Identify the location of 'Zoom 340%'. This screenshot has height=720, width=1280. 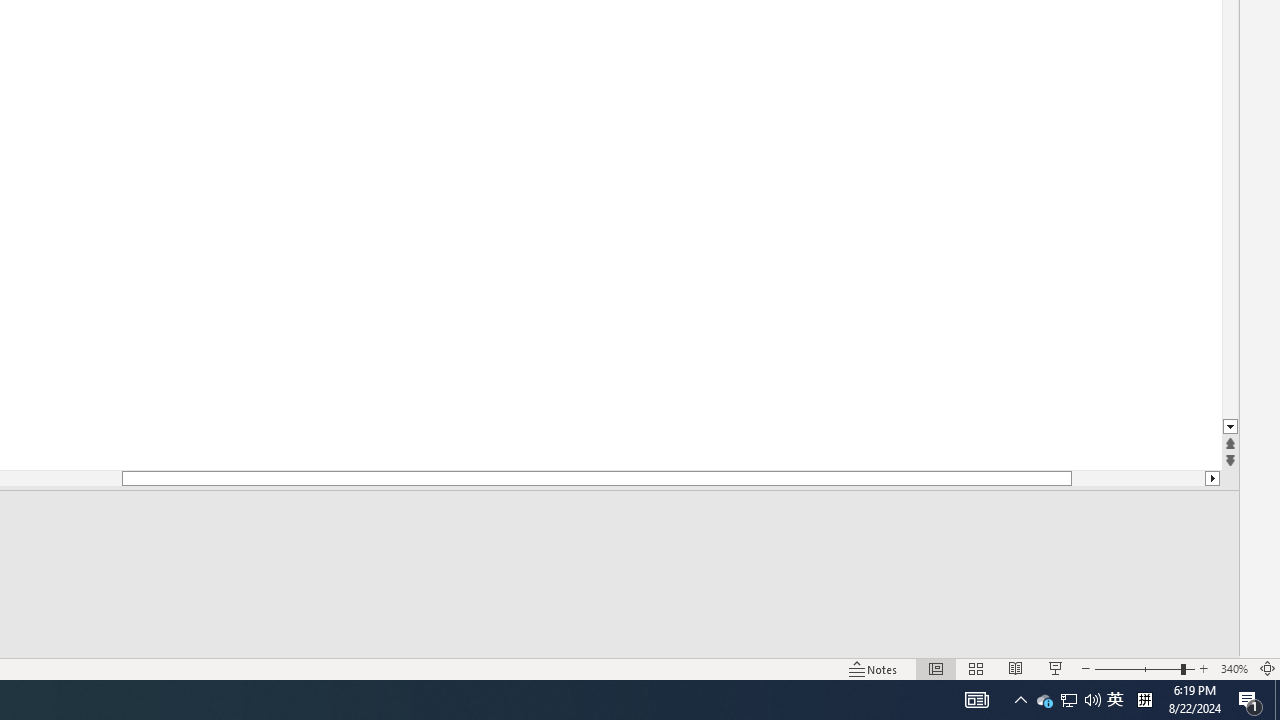
(1233, 669).